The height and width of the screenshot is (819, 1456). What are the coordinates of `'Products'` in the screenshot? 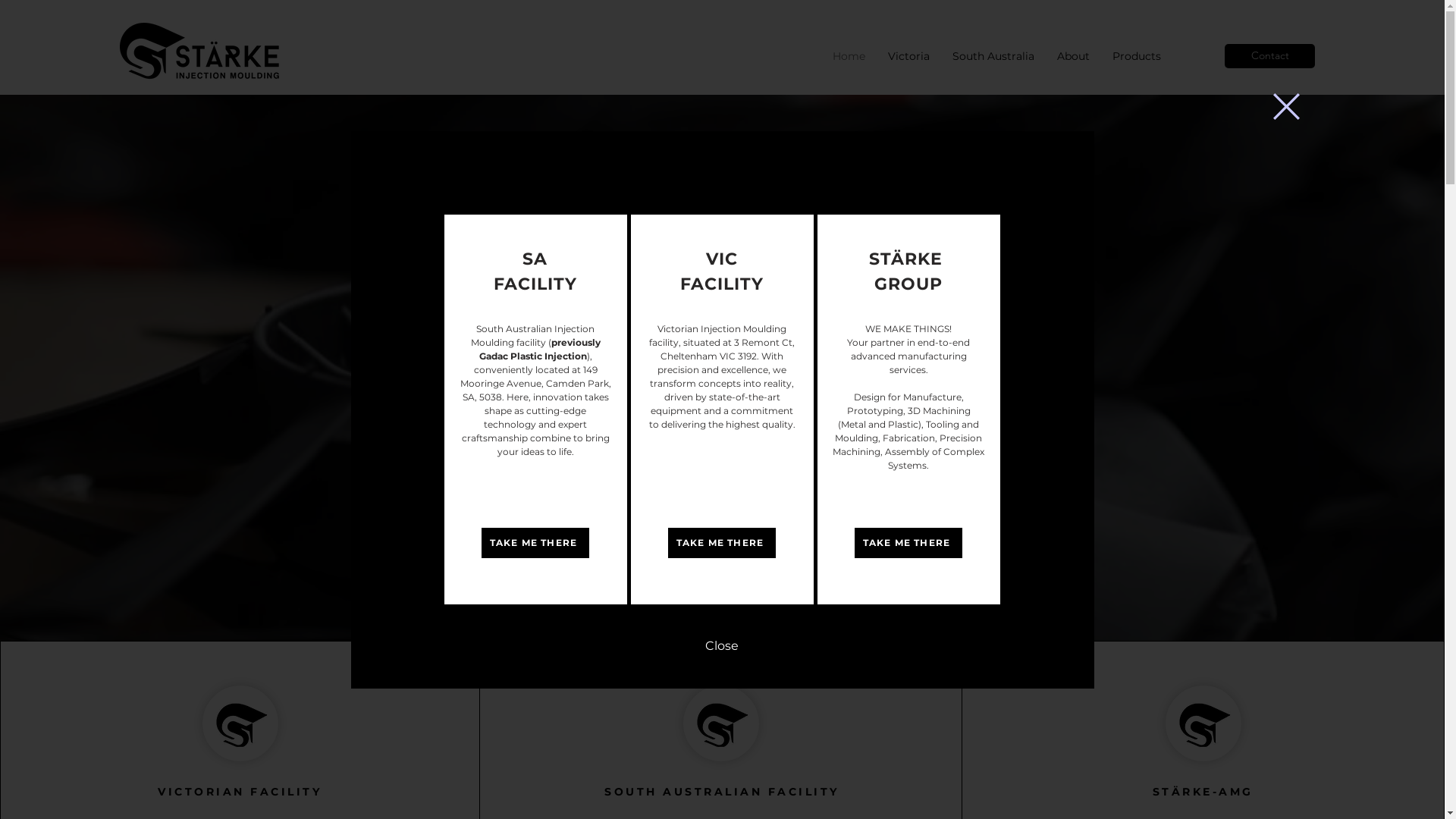 It's located at (1136, 55).